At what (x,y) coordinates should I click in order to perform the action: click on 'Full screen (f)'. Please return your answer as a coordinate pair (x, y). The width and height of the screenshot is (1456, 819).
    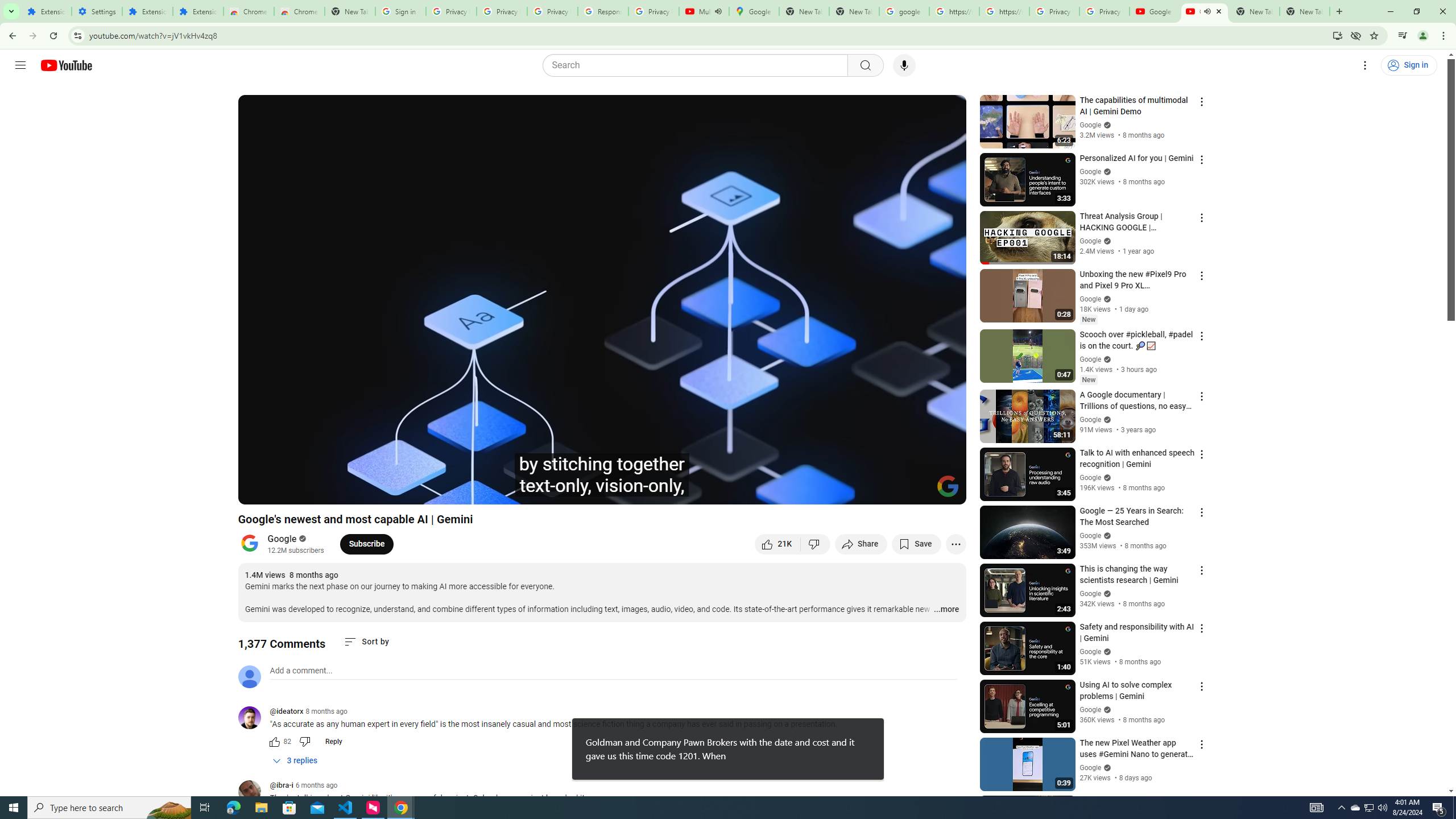
    Looking at the image, I should click on (945, 490).